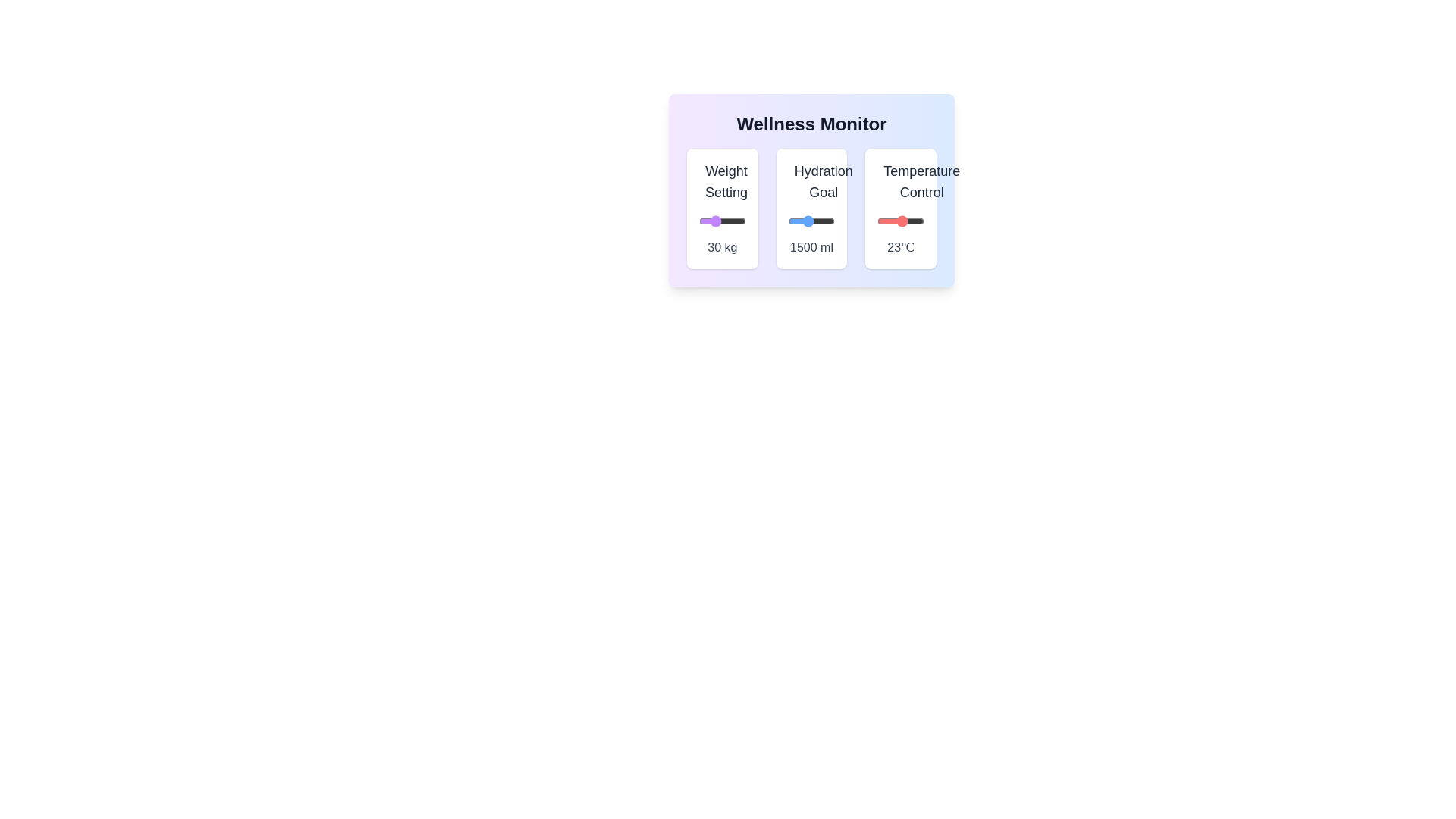 The height and width of the screenshot is (819, 1456). Describe the element at coordinates (805, 221) in the screenshot. I see `hydration goal` at that location.